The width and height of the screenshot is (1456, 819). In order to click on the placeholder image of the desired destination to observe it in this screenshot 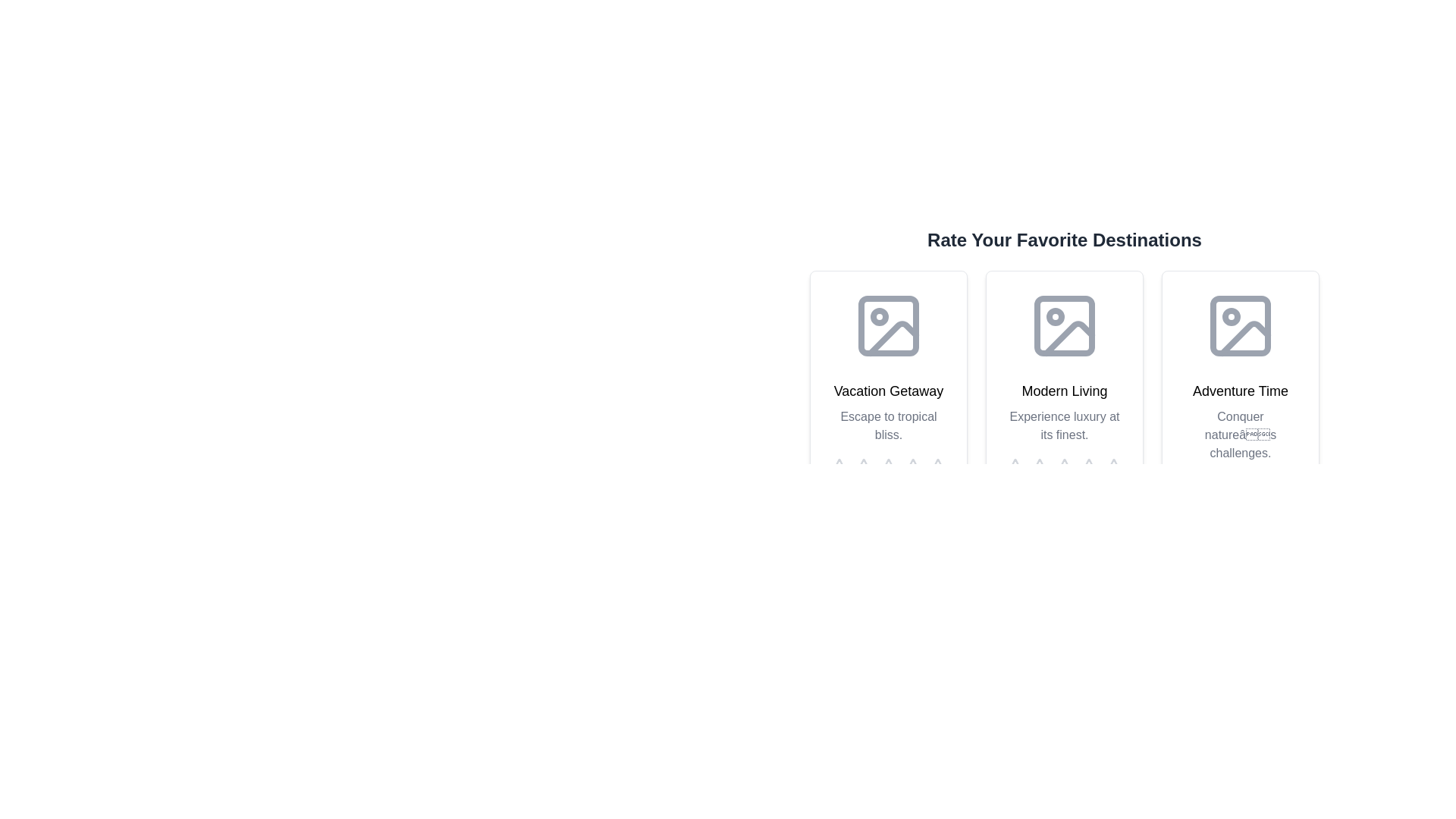, I will do `click(888, 325)`.